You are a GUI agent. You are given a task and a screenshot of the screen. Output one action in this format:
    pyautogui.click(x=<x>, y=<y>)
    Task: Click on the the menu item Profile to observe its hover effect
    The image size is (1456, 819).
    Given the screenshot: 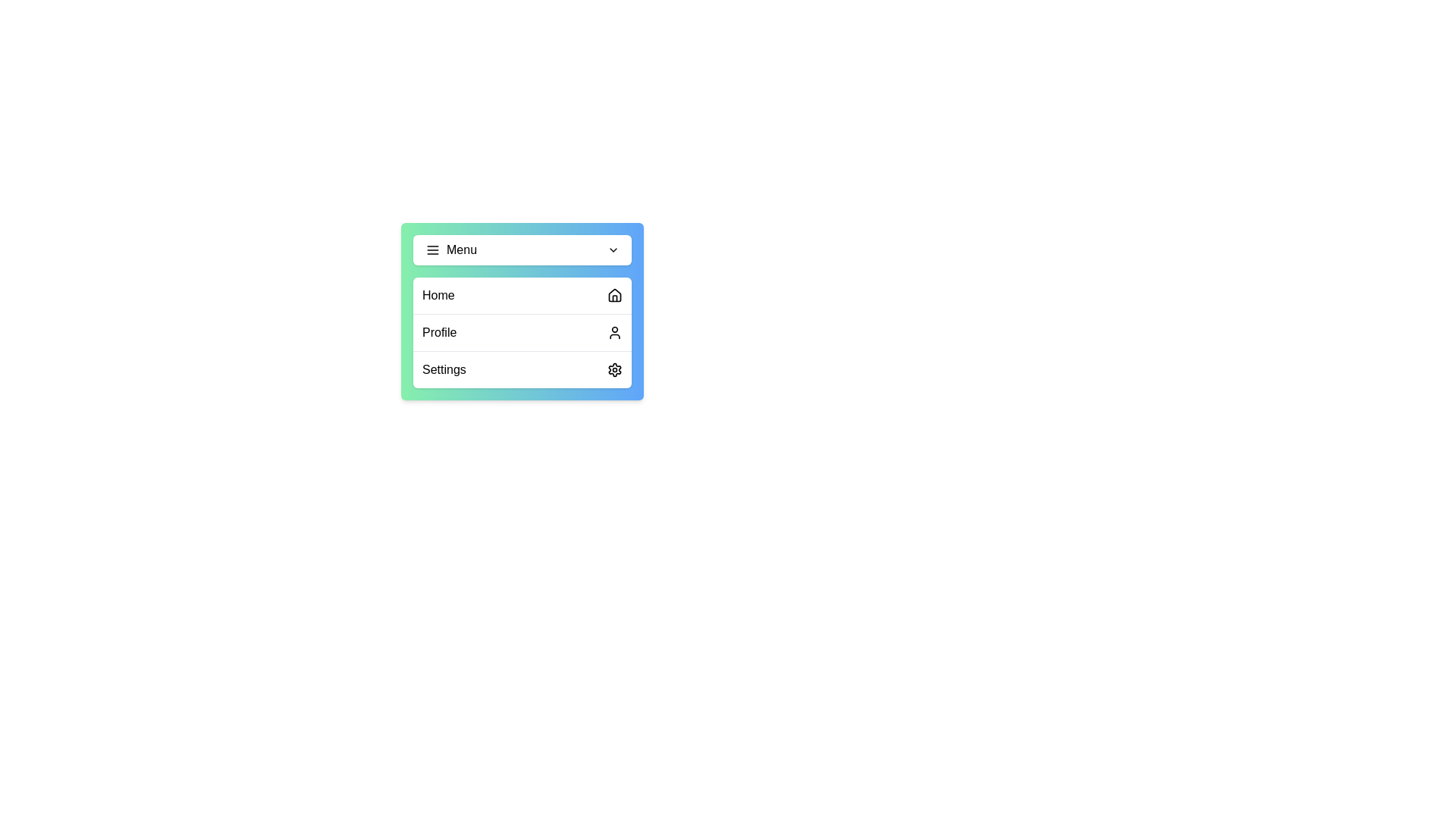 What is the action you would take?
    pyautogui.click(x=522, y=331)
    